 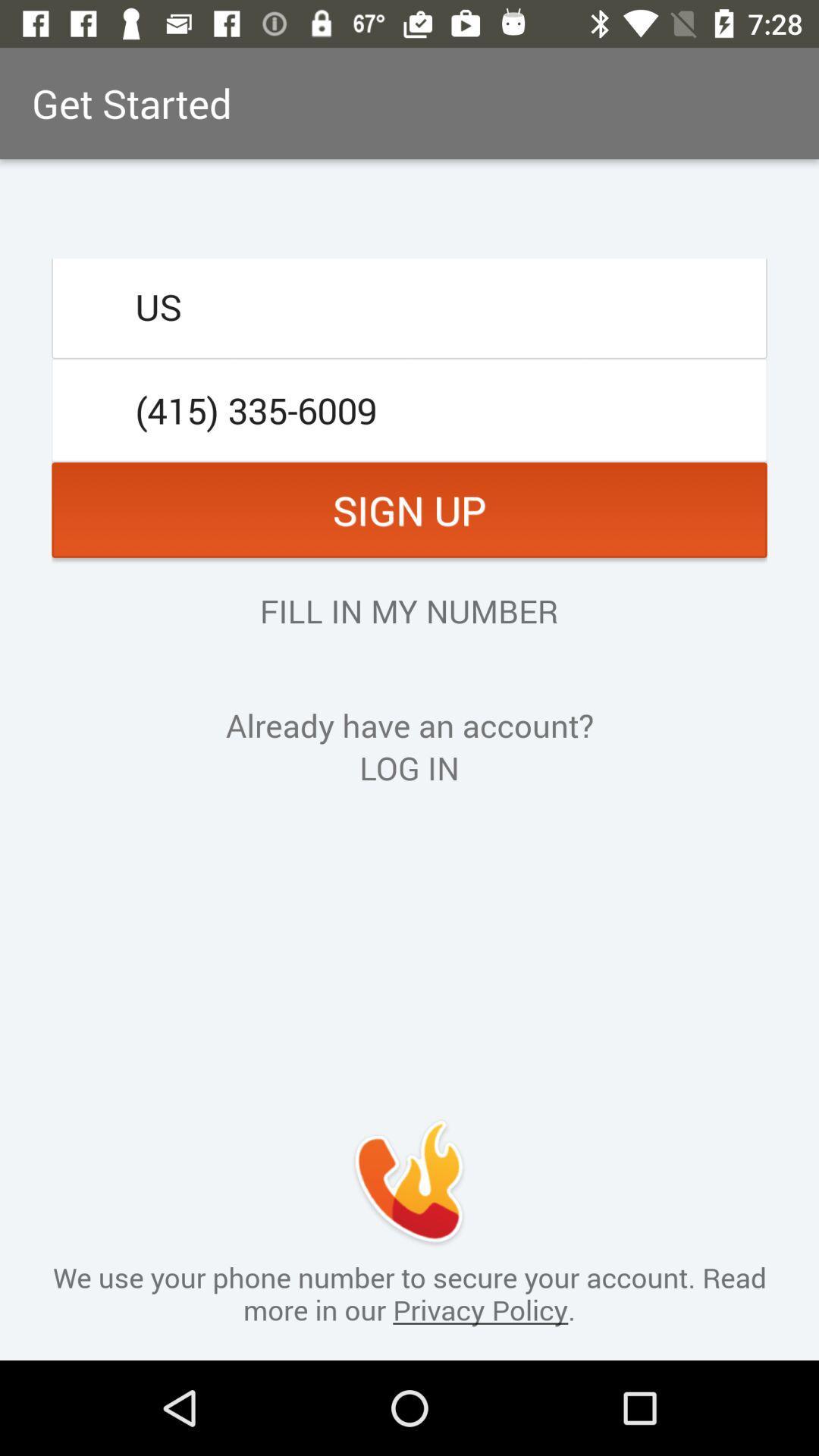 I want to click on the item below the sign up item, so click(x=408, y=610).